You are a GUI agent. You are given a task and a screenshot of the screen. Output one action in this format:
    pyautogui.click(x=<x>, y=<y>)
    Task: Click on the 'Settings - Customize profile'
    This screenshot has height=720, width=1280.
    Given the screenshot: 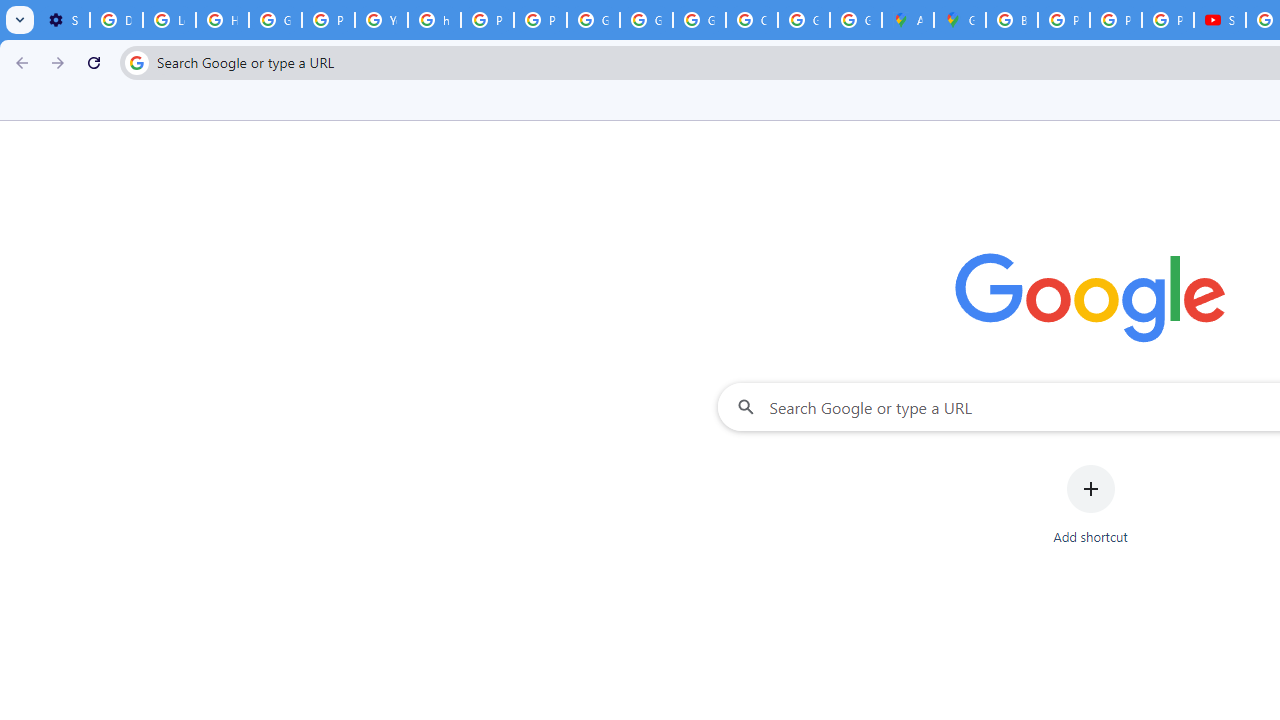 What is the action you would take?
    pyautogui.click(x=63, y=20)
    